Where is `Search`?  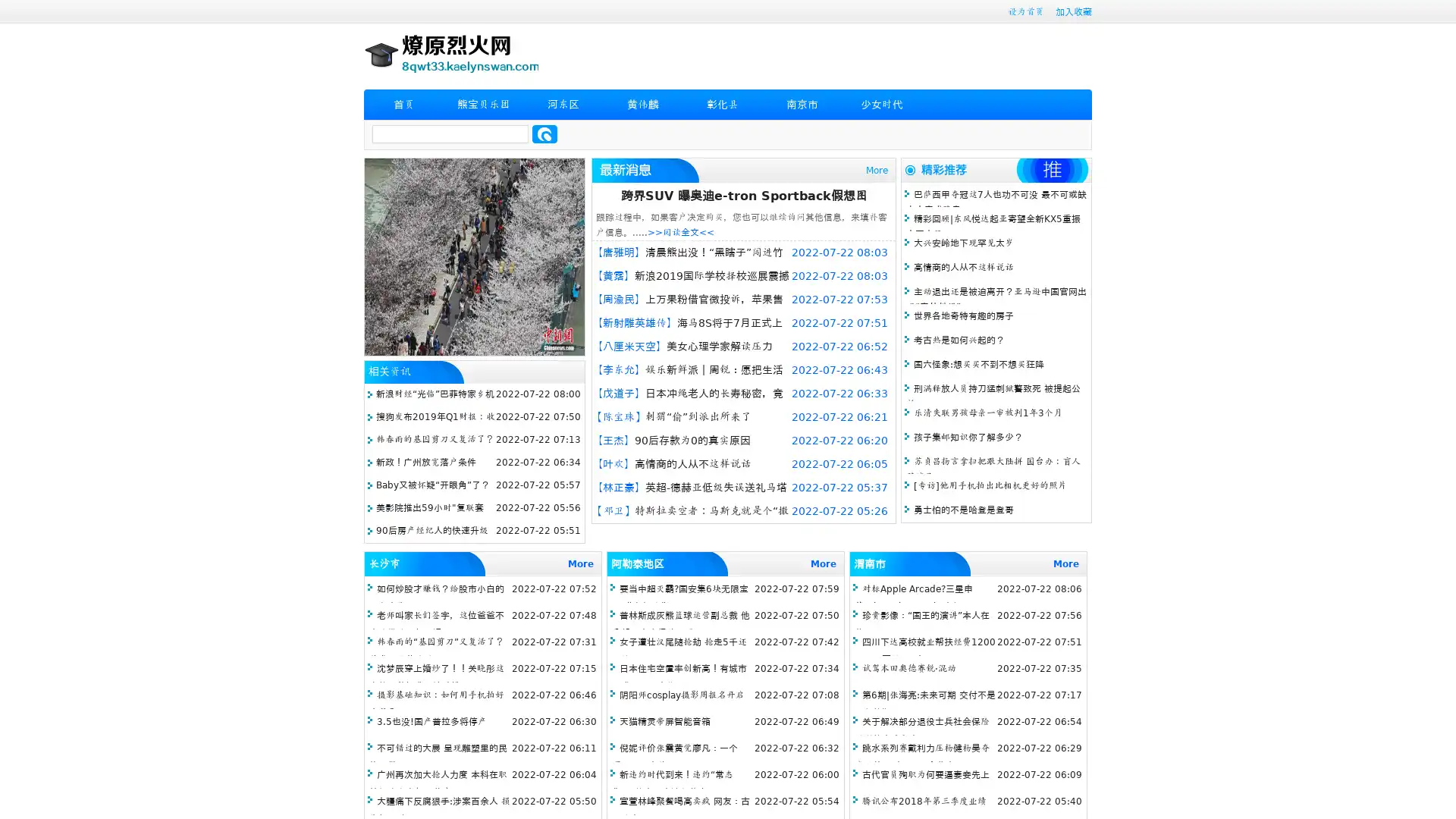
Search is located at coordinates (544, 133).